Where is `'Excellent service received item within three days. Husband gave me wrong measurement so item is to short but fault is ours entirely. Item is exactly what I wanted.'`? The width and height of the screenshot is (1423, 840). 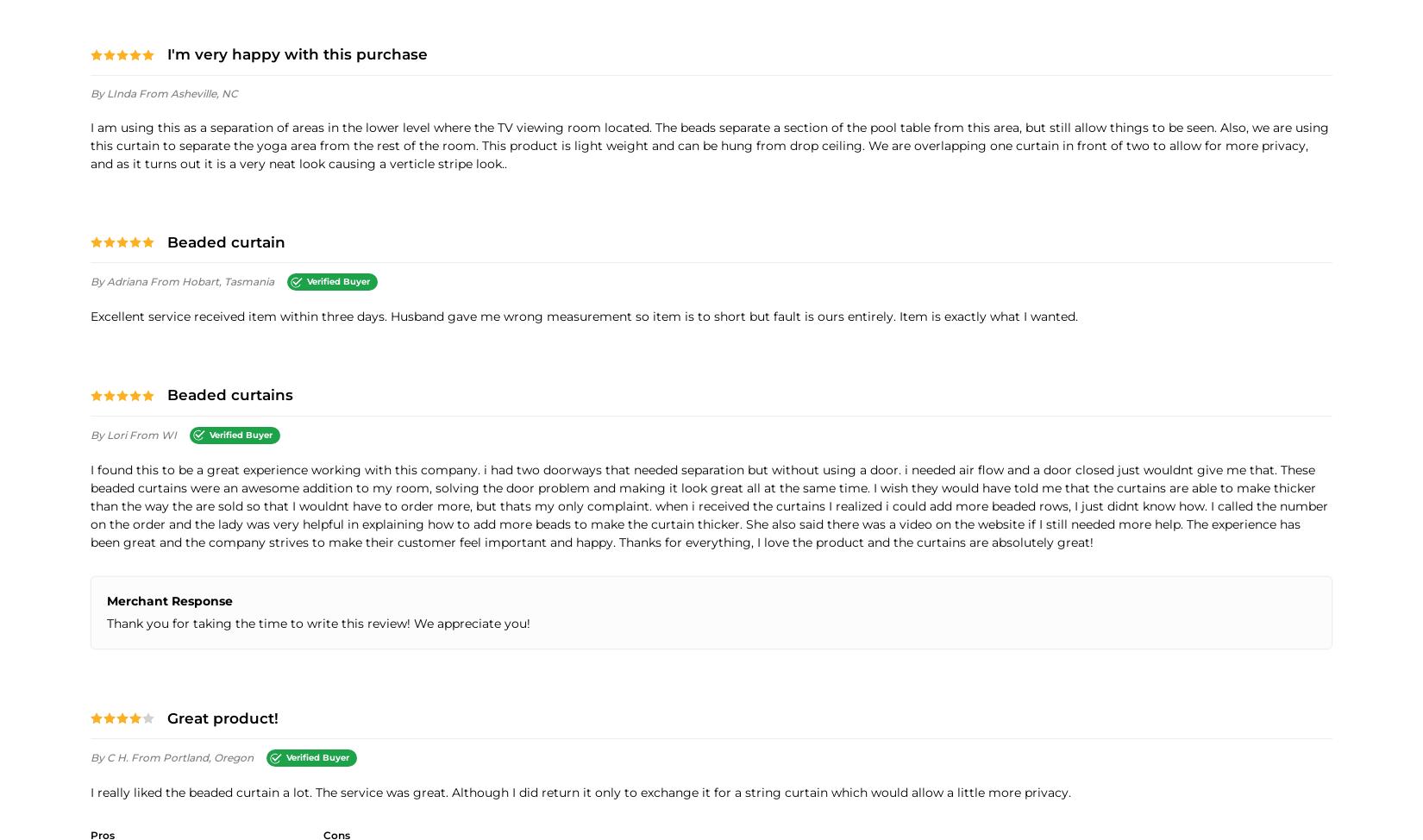 'Excellent service received item within three days. Husband gave me wrong measurement so item is to short but fault is ours entirely. Item is exactly what I wanted.' is located at coordinates (583, 317).